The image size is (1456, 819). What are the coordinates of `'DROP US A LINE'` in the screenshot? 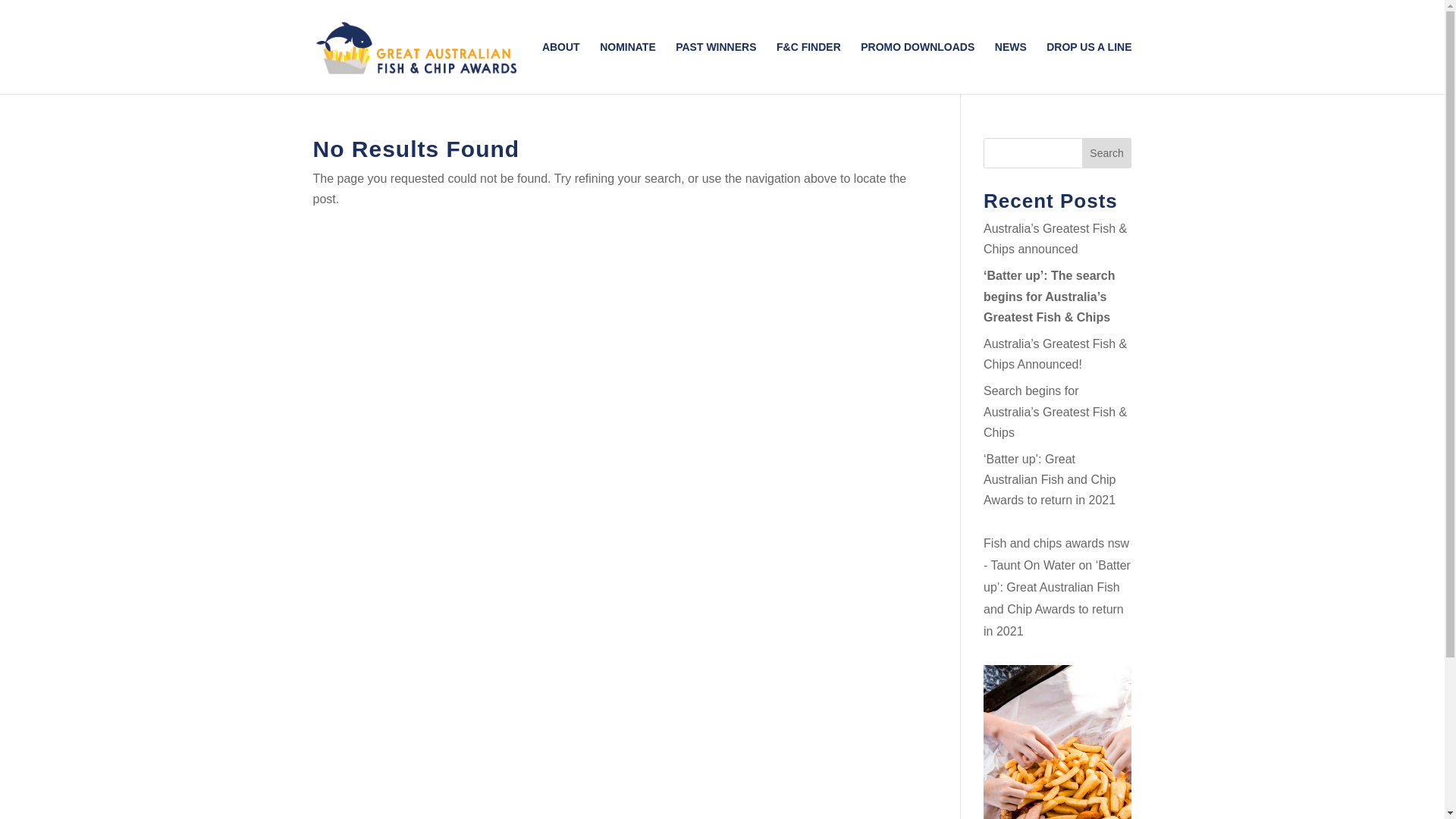 It's located at (1087, 67).